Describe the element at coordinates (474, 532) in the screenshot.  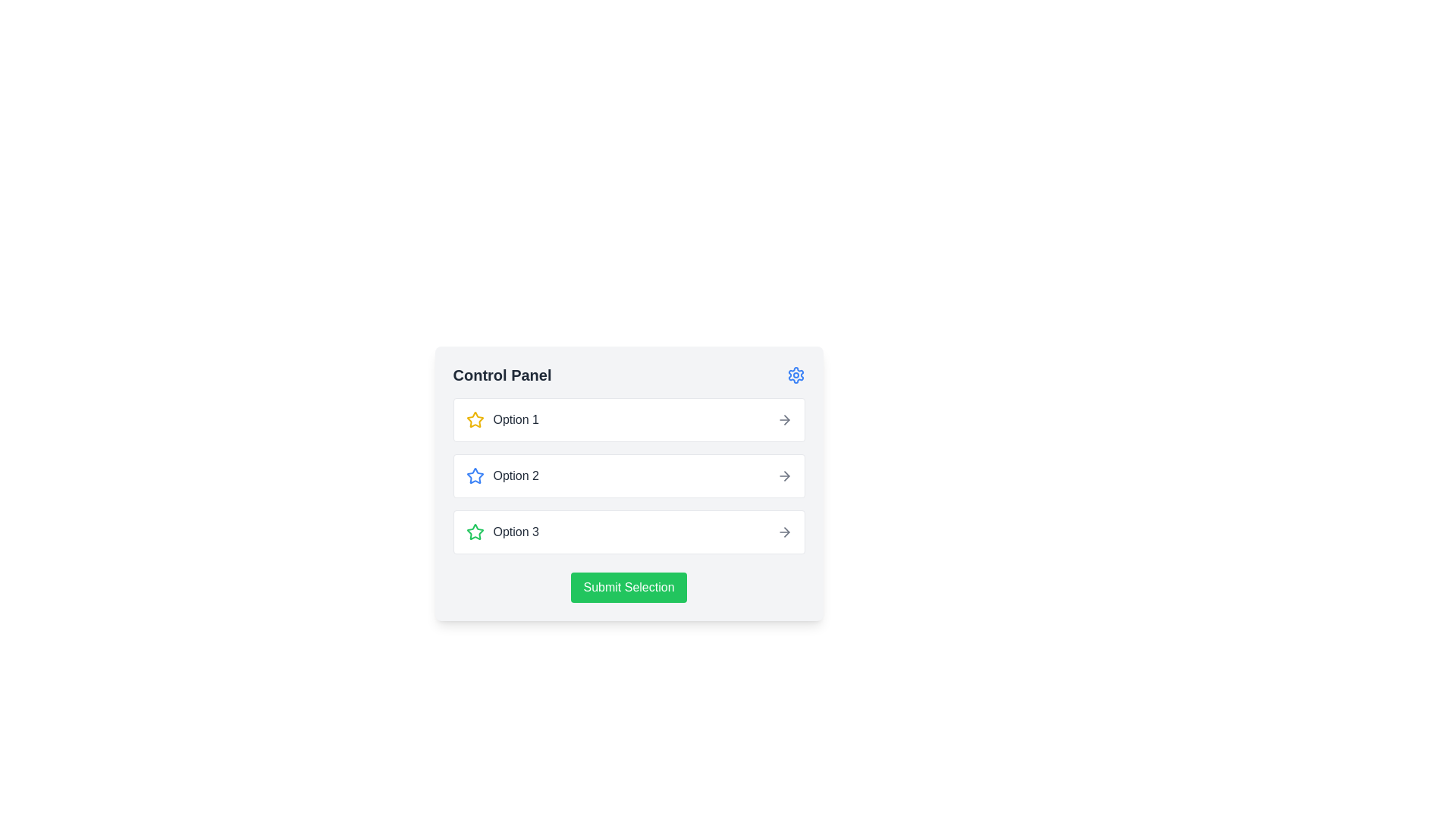
I see `the star-shaped icon outlined in green, located before the text 'Option 3' in the control panel` at that location.